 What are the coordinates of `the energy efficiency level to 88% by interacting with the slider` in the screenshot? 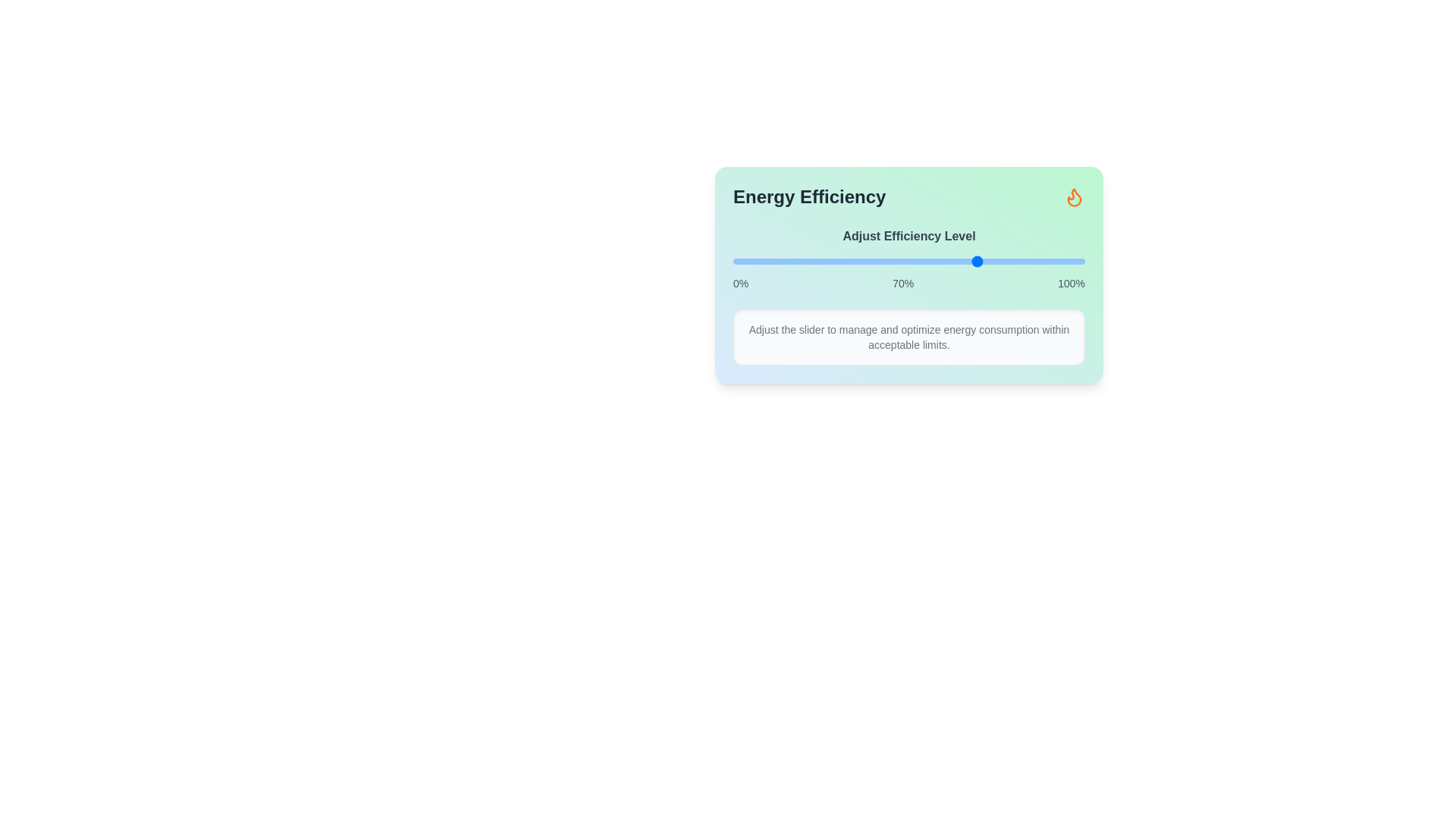 It's located at (1042, 260).